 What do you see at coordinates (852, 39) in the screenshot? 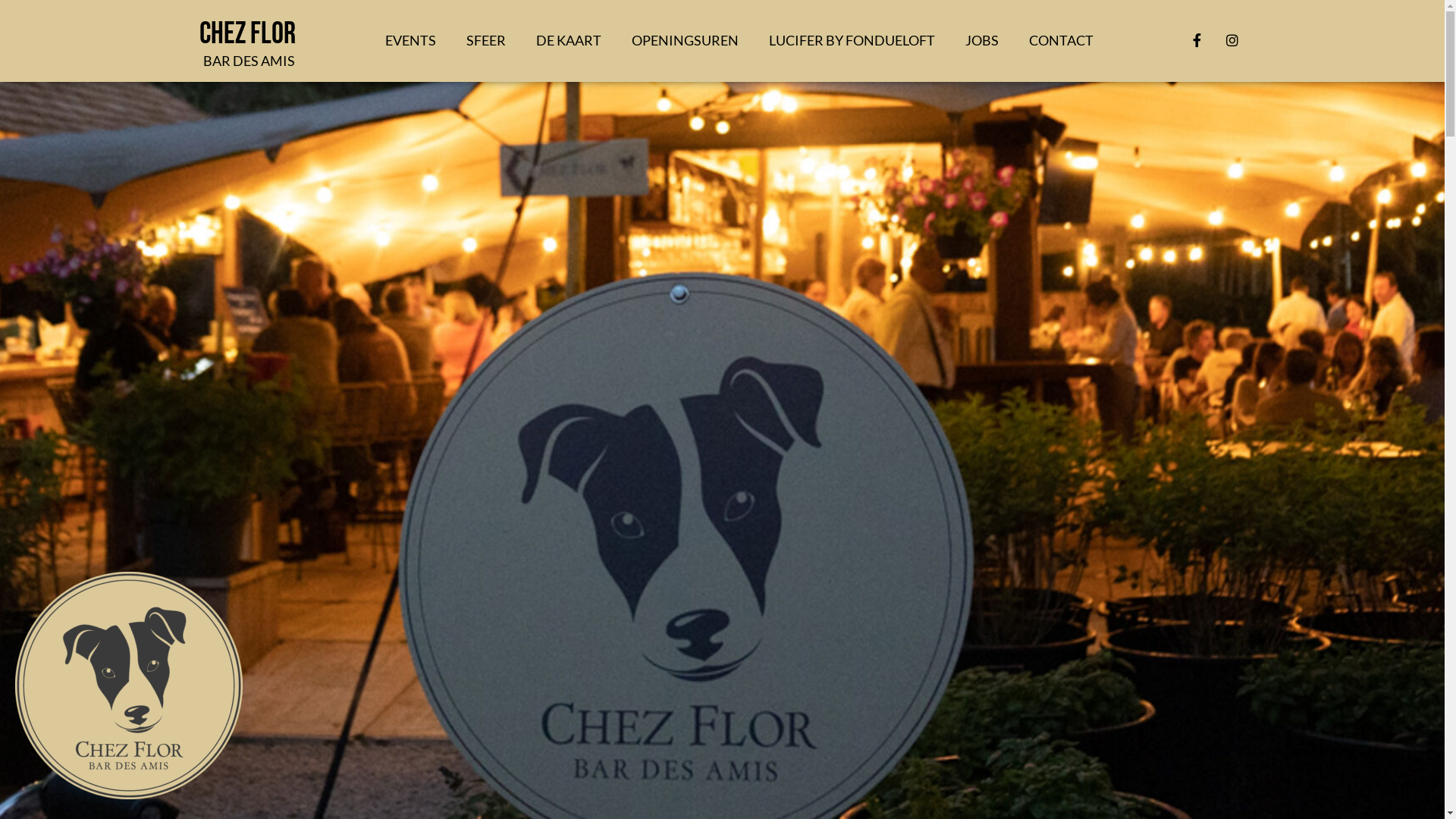
I see `'LUCIFER BY FONDUELOFT'` at bounding box center [852, 39].